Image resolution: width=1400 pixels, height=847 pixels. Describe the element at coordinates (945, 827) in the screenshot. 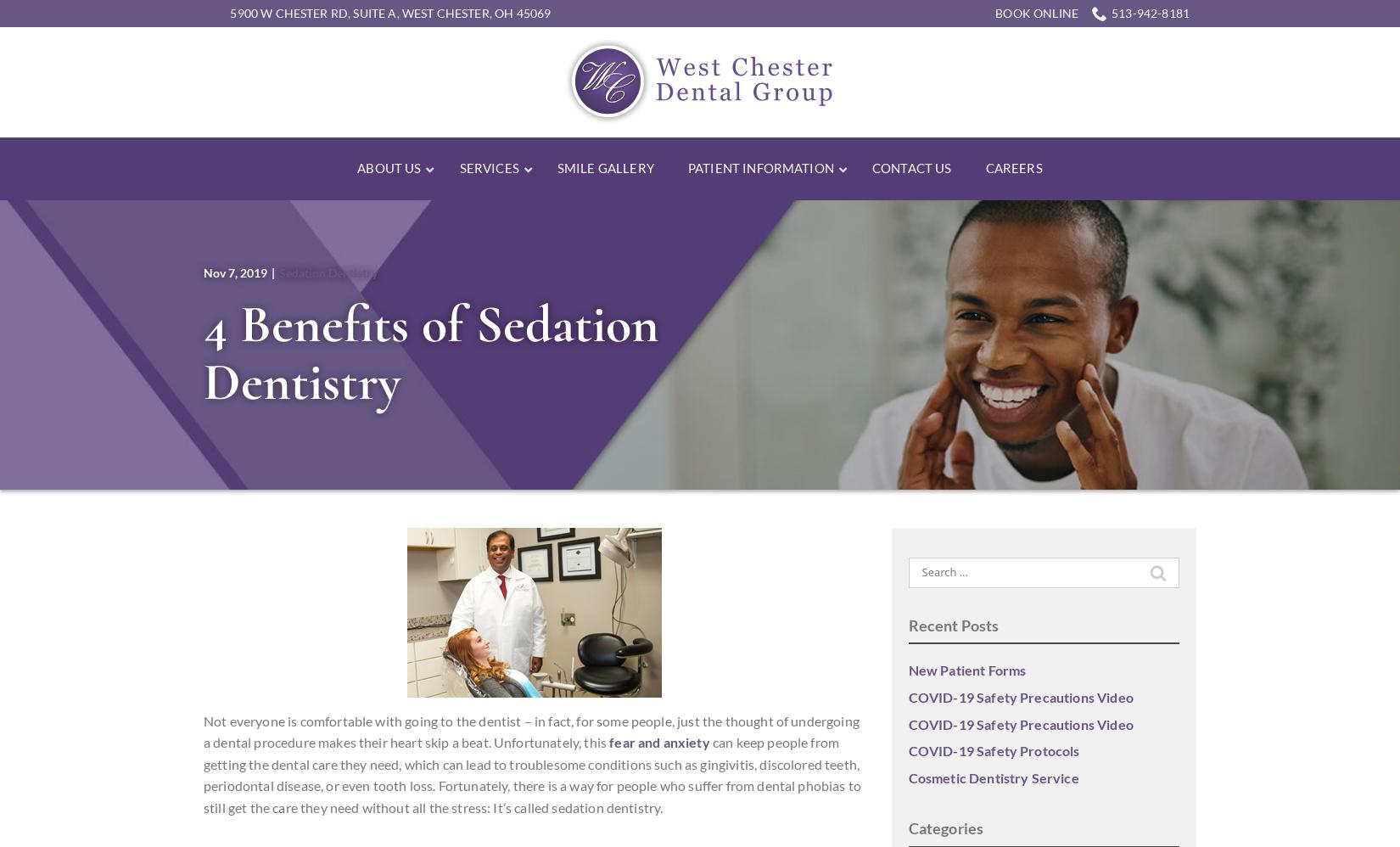

I see `'Categories'` at that location.